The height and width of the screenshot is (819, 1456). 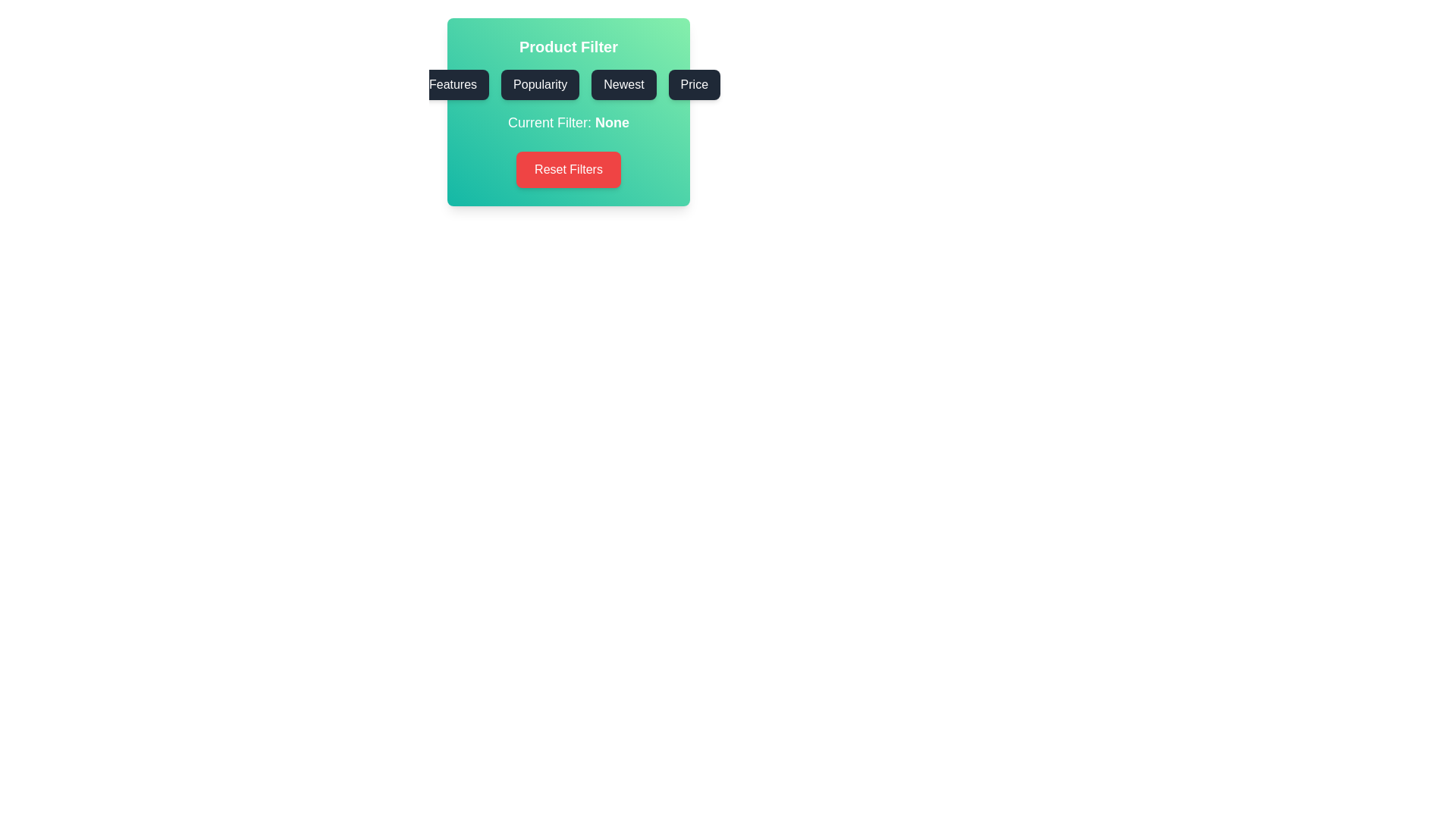 I want to click on the Features button to select the corresponding filter, so click(x=451, y=84).